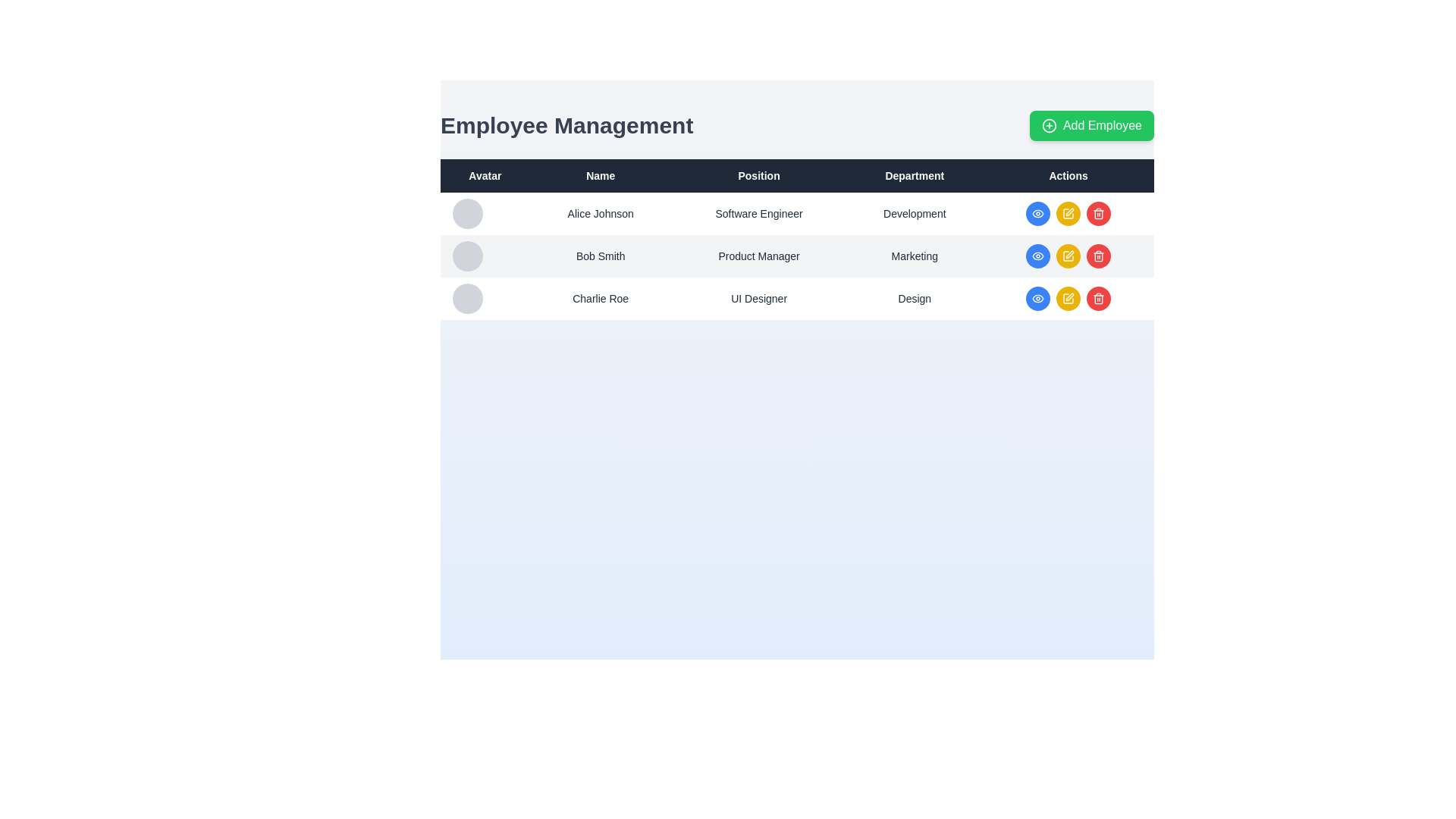  What do you see at coordinates (759, 213) in the screenshot?
I see `the 'Software Engineer' text label located in the 'Position' column of Alice Johnson's row in the employee table` at bounding box center [759, 213].